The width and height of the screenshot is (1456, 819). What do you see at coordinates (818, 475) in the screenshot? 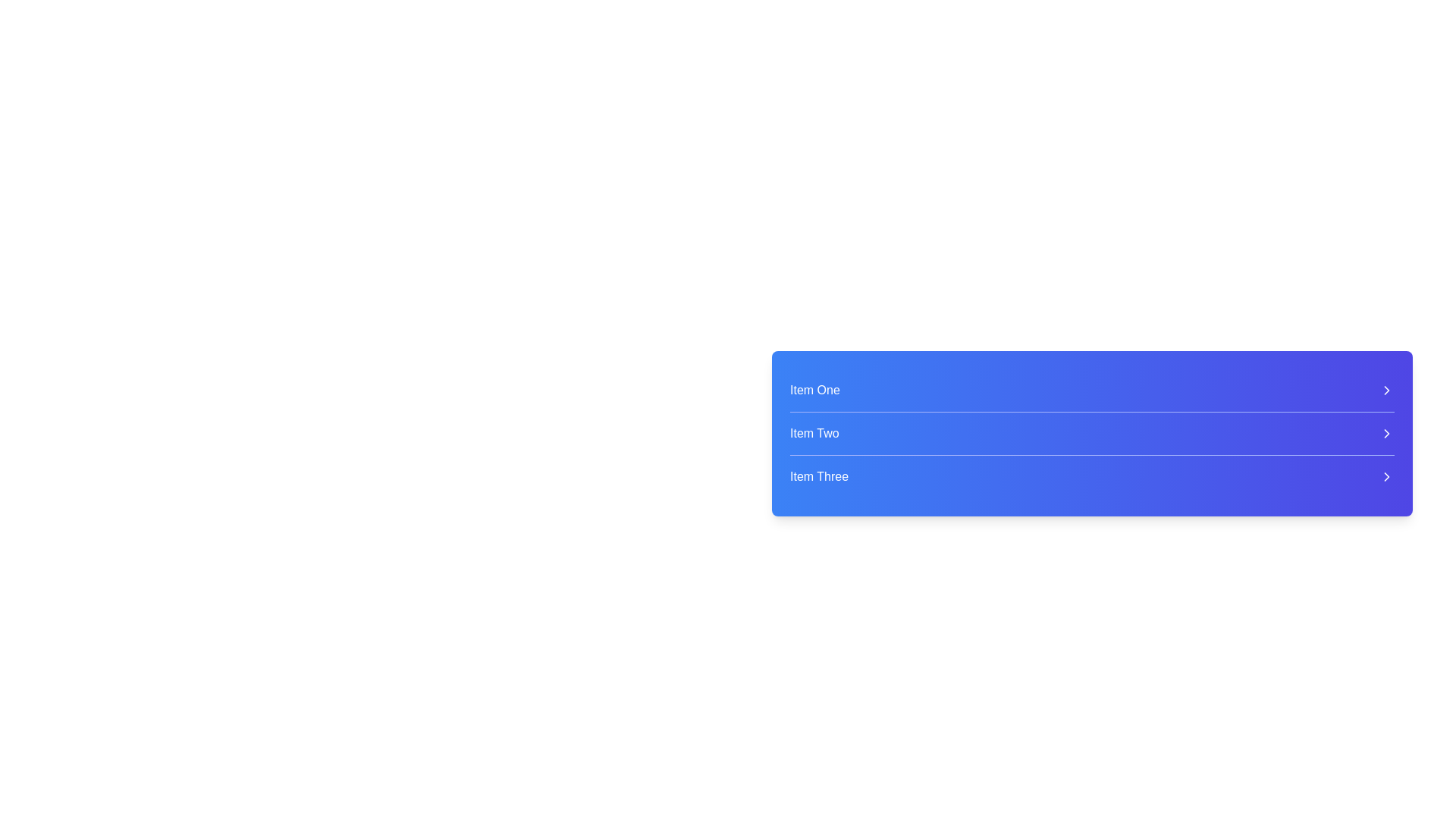
I see `the text label displaying 'Item Three' on a blue background located in the bottom section of the vertically stacked menu` at bounding box center [818, 475].